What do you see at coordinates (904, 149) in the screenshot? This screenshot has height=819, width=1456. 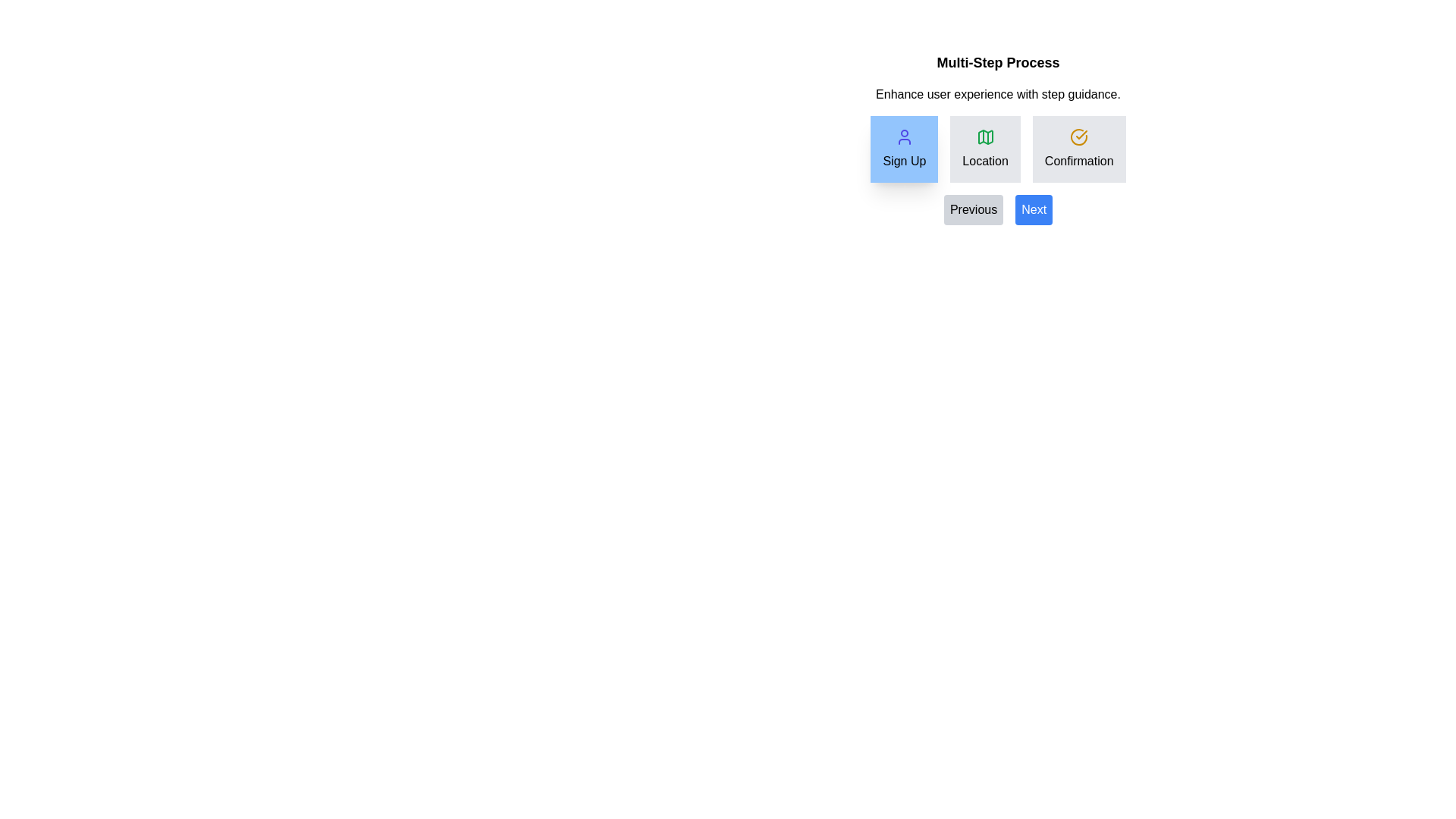 I see `the leftmost button in the series of step indicators` at bounding box center [904, 149].